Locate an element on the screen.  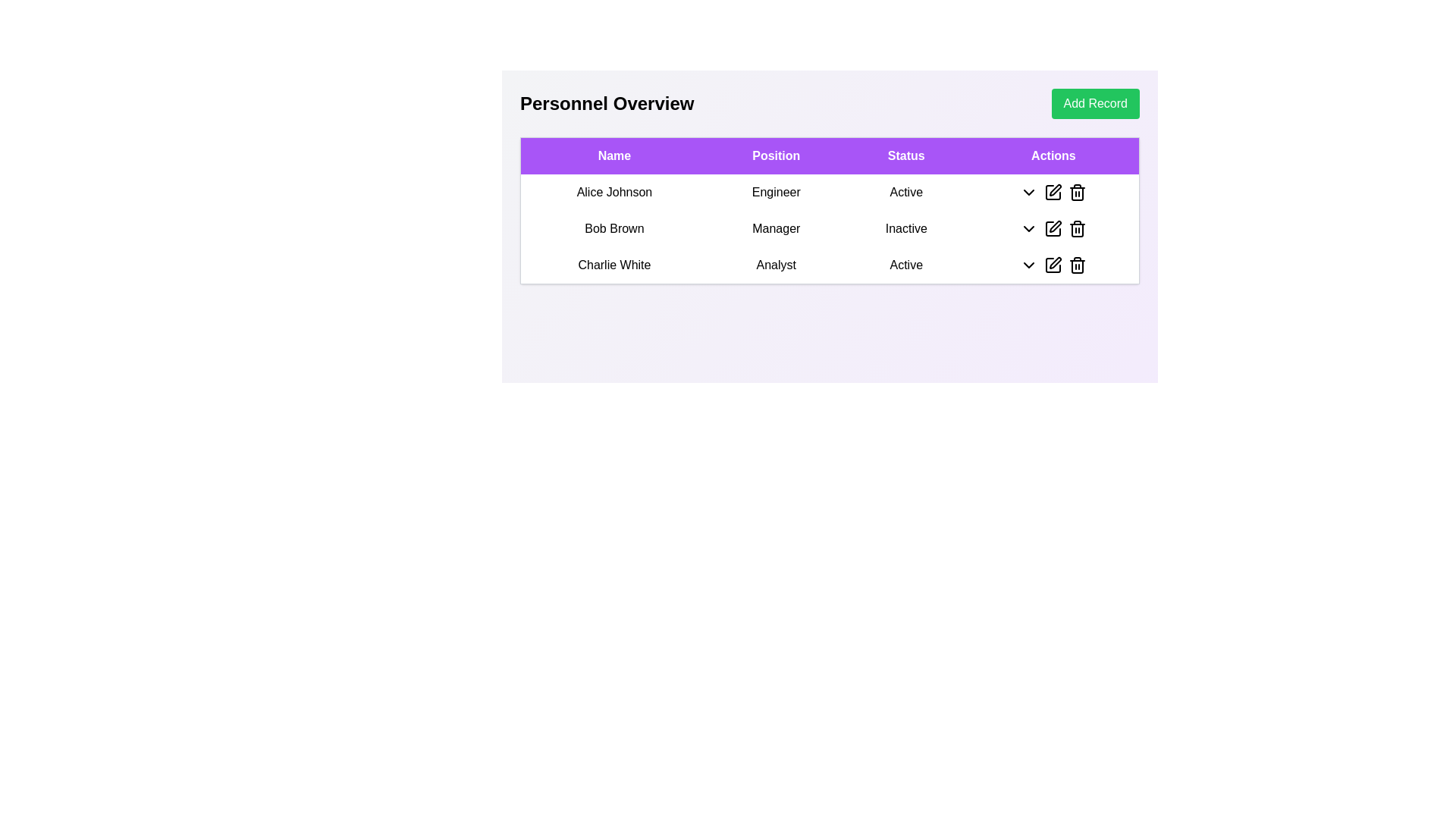
the text element representing the name 'Bob Brown' is located at coordinates (614, 228).